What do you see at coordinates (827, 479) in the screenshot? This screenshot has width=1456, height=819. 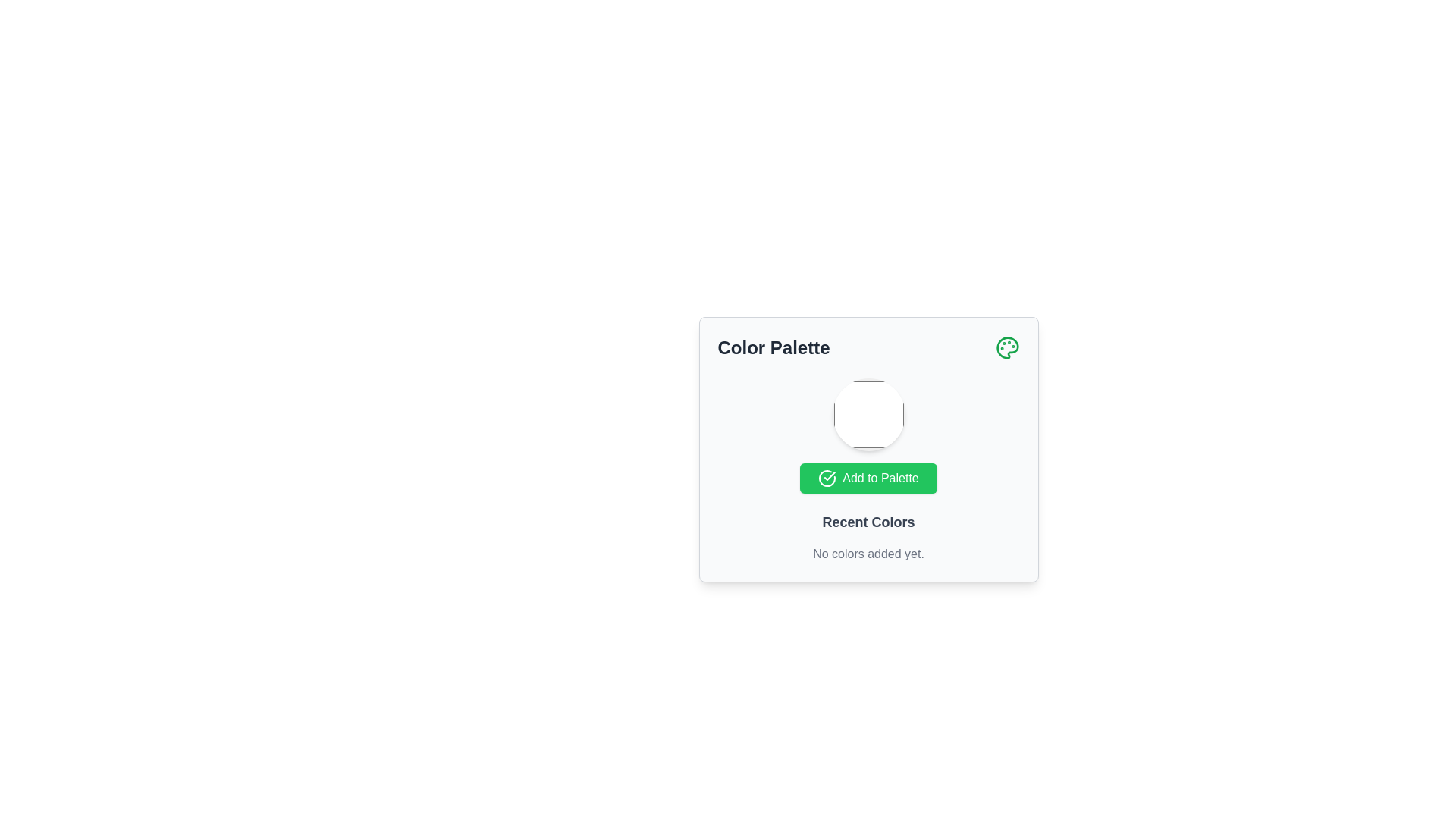 I see `the confirmation icon located within the green 'Add to Palette' button, positioned to the left of the text, which is centered beneath the 'Color Palette' heading` at bounding box center [827, 479].